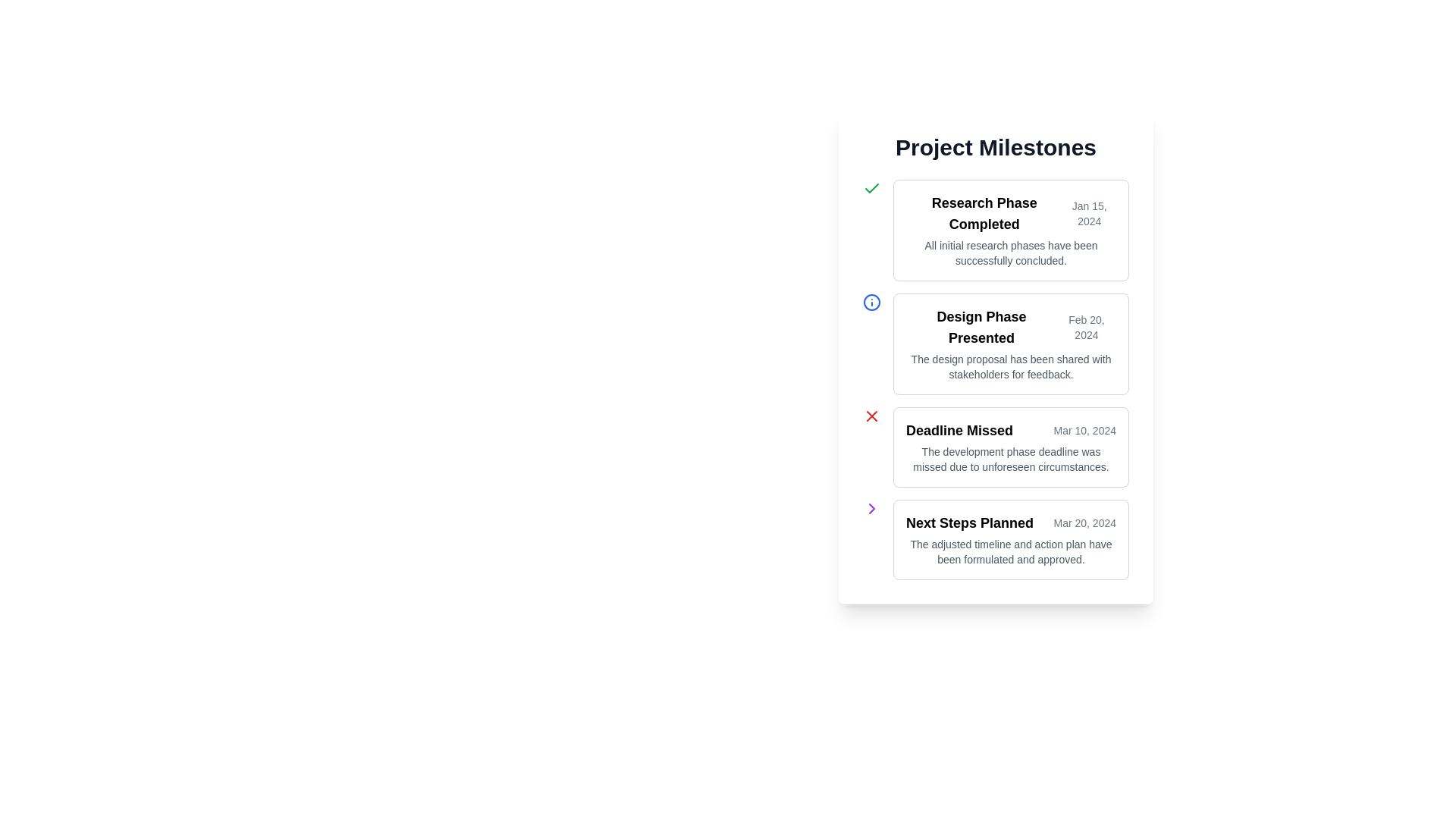 The height and width of the screenshot is (819, 1456). Describe the element at coordinates (996, 344) in the screenshot. I see `information displayed in the Card component that details the milestone 'Design Phase Presented' in the 'Project Milestones' section` at that location.